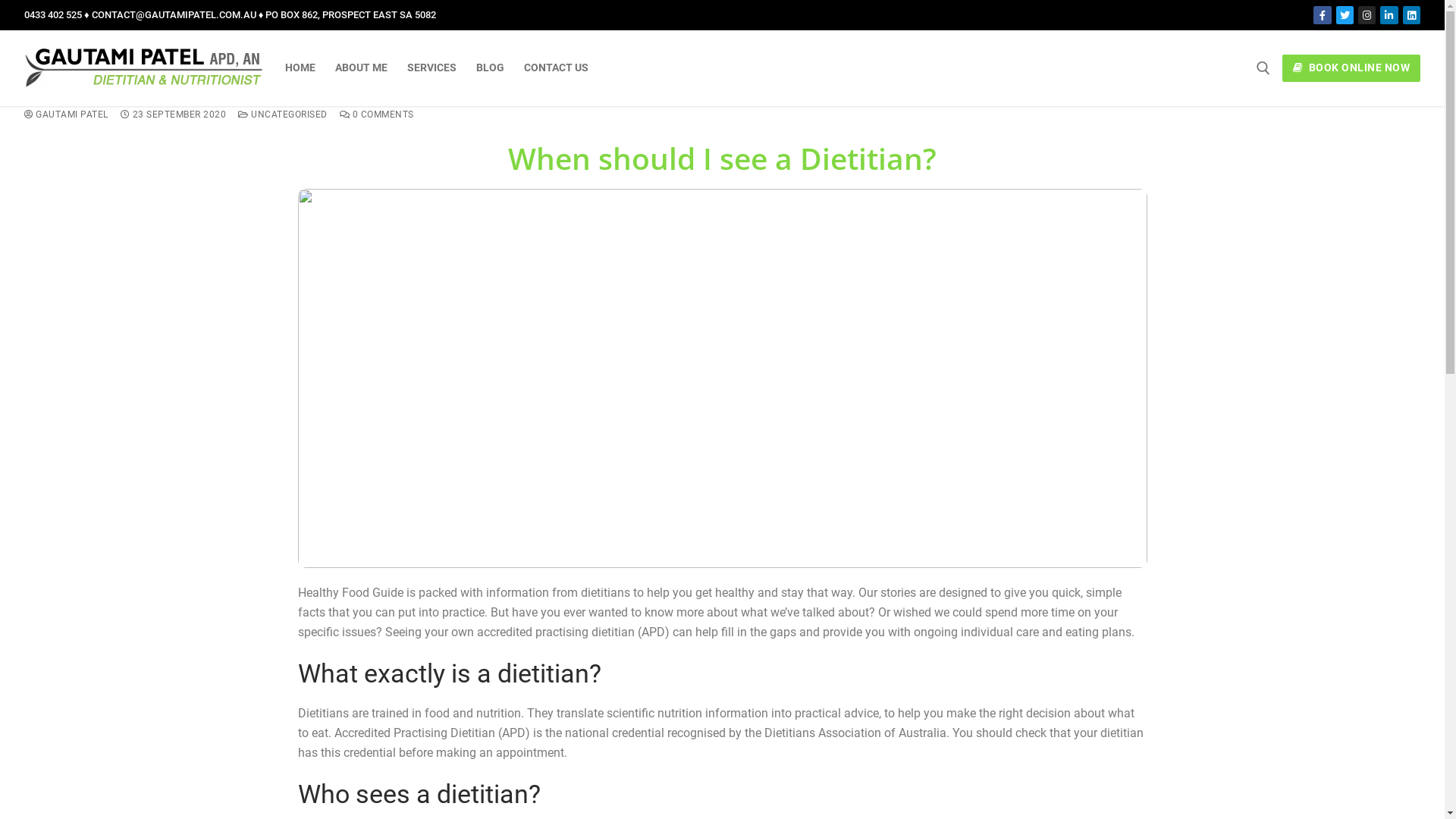 The image size is (1456, 819). Describe the element at coordinates (490, 67) in the screenshot. I see `'BLOG'` at that location.